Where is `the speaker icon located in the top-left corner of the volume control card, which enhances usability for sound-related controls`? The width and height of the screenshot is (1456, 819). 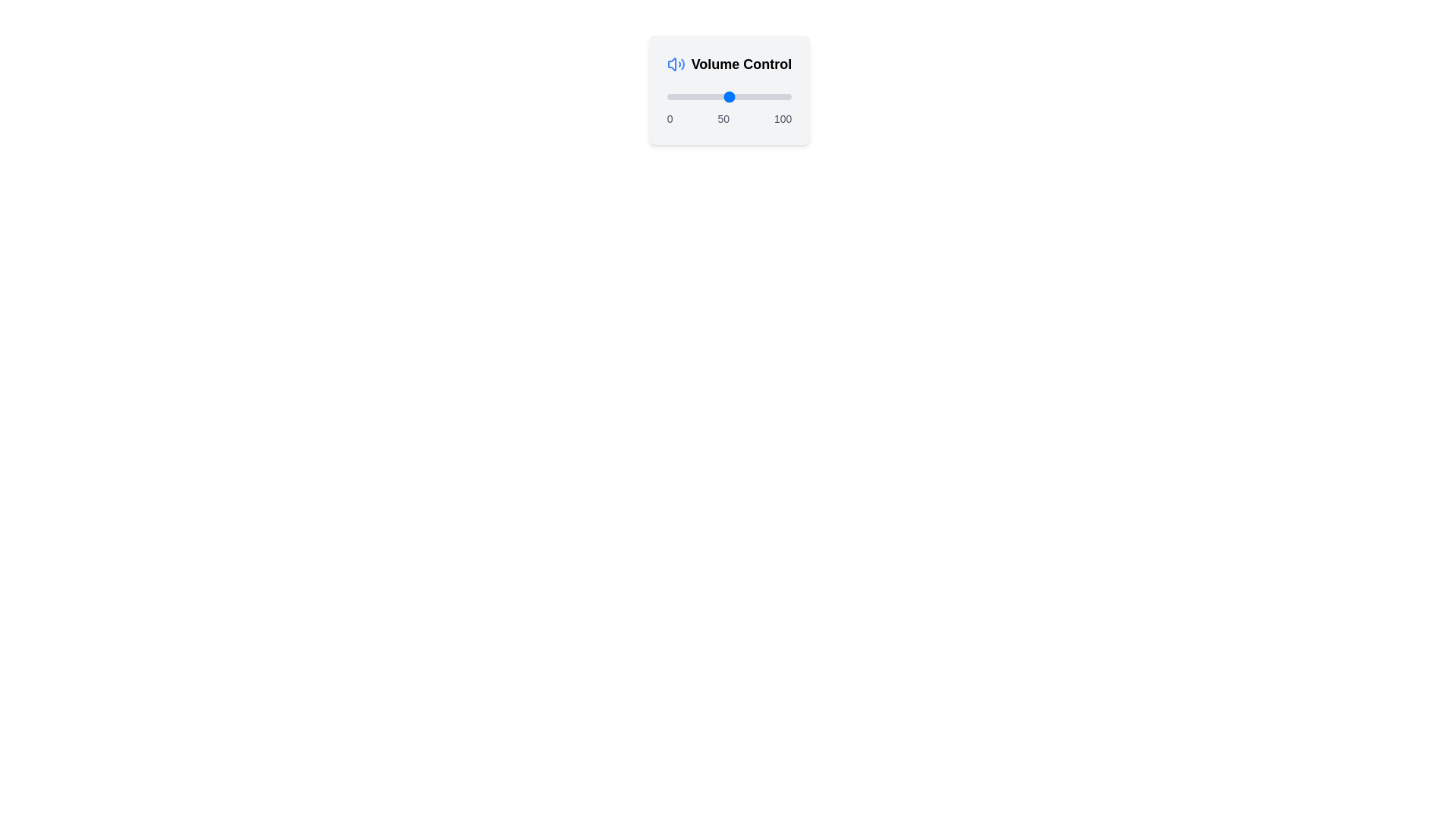
the speaker icon located in the top-left corner of the volume control card, which enhances usability for sound-related controls is located at coordinates (671, 63).